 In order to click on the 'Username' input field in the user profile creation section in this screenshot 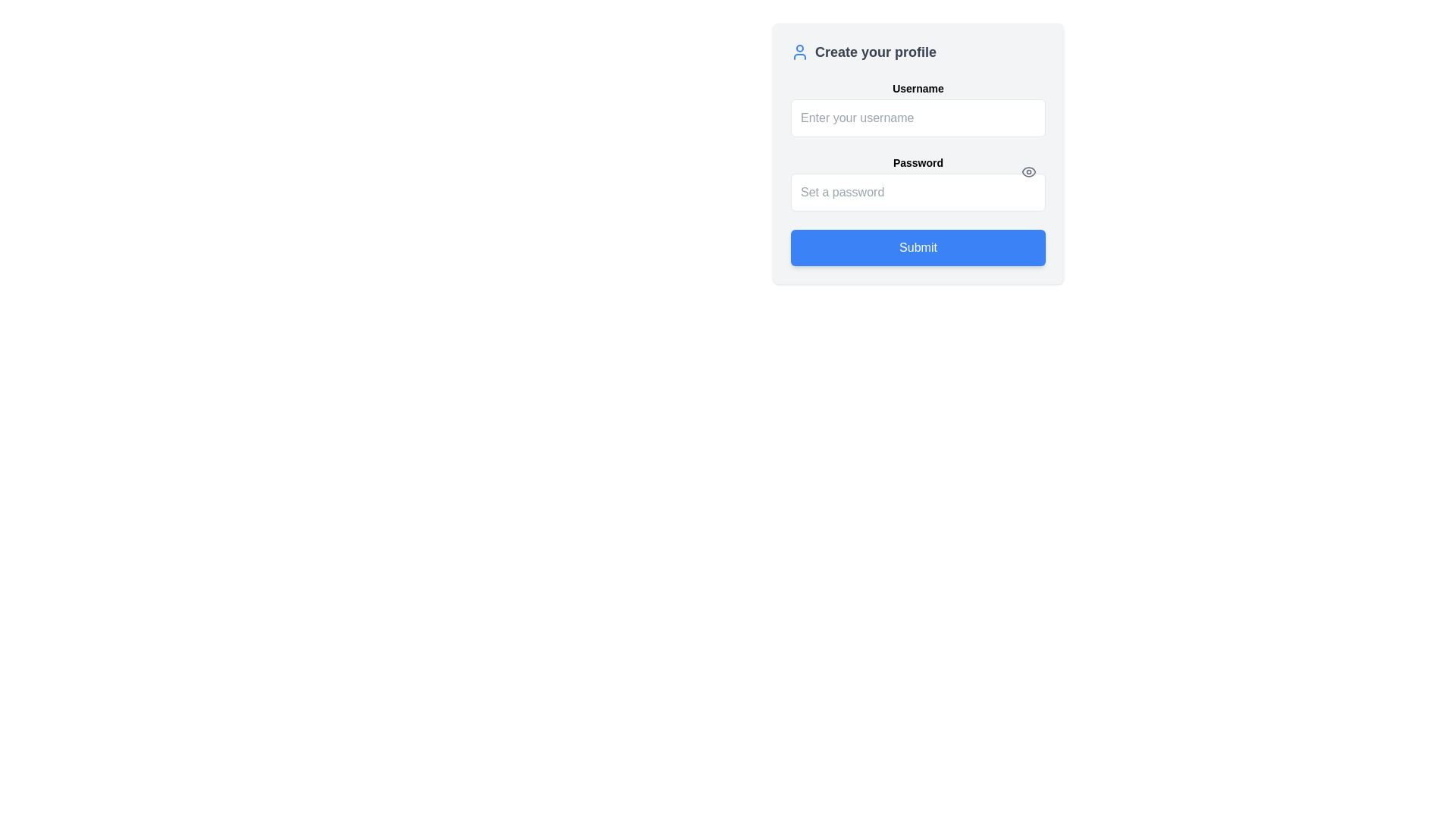, I will do `click(917, 108)`.